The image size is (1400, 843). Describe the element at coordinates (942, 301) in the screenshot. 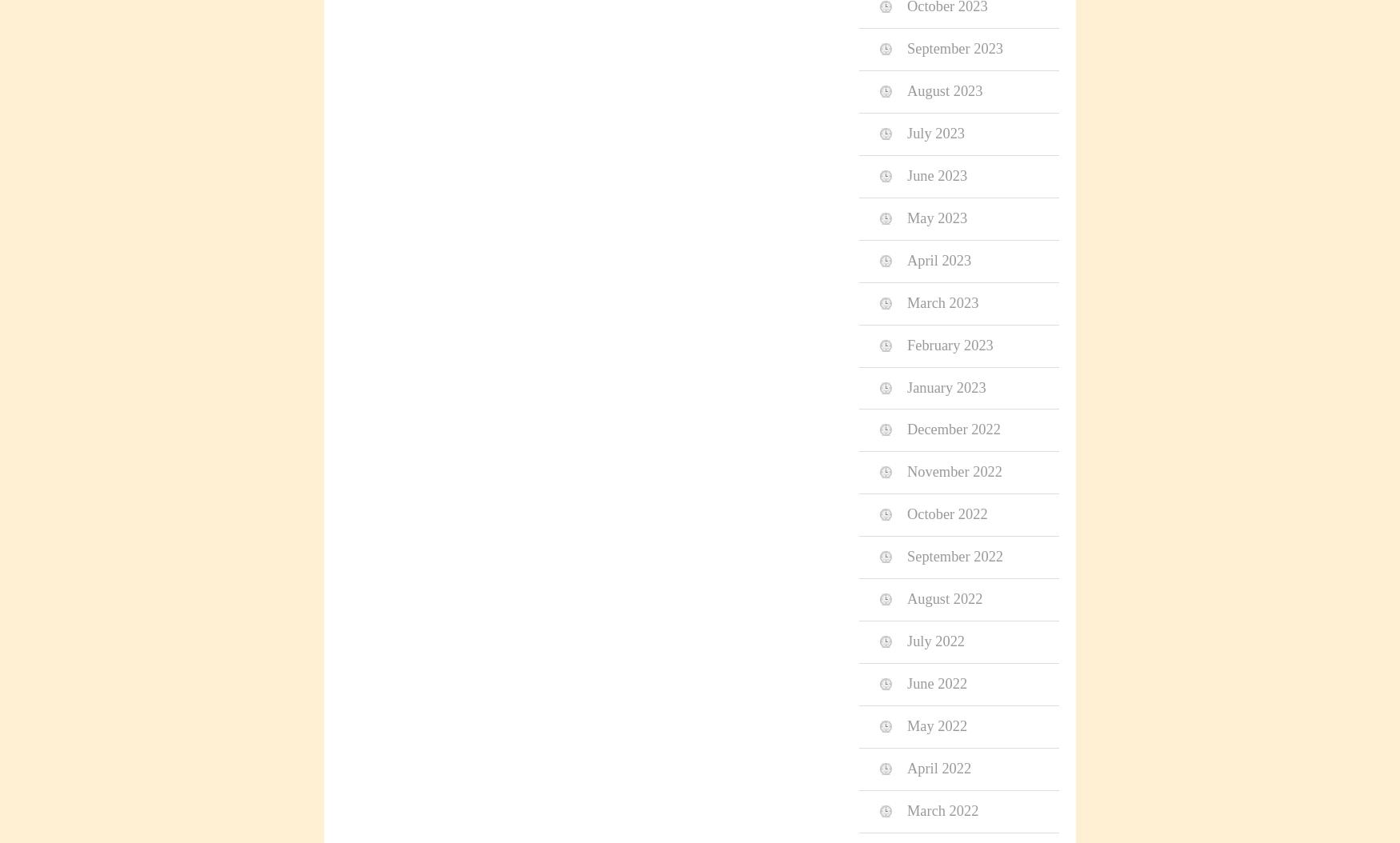

I see `'March 2023'` at that location.